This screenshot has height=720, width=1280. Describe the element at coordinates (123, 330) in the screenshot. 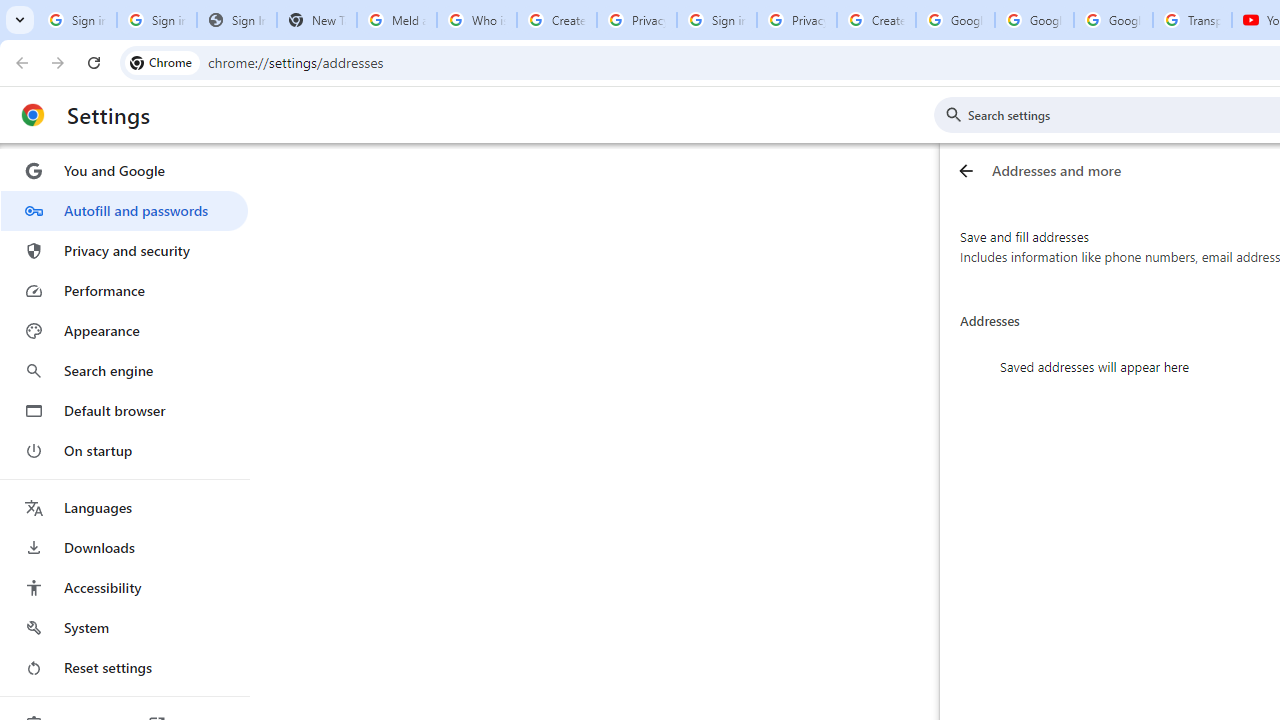

I see `'Appearance'` at that location.